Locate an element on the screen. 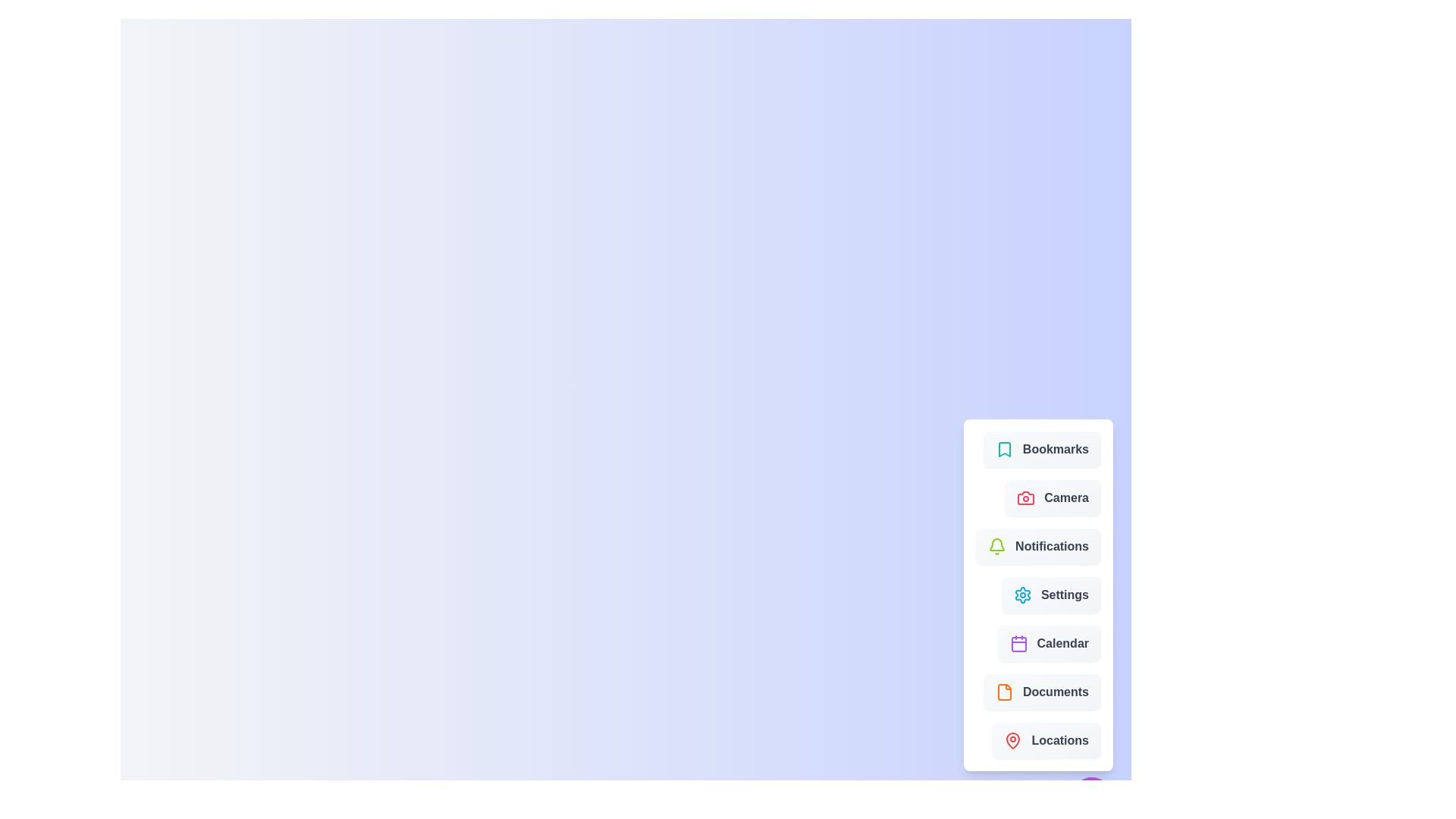 This screenshot has width=1456, height=819. the menu item corresponding to Camera to activate its action is located at coordinates (1052, 497).